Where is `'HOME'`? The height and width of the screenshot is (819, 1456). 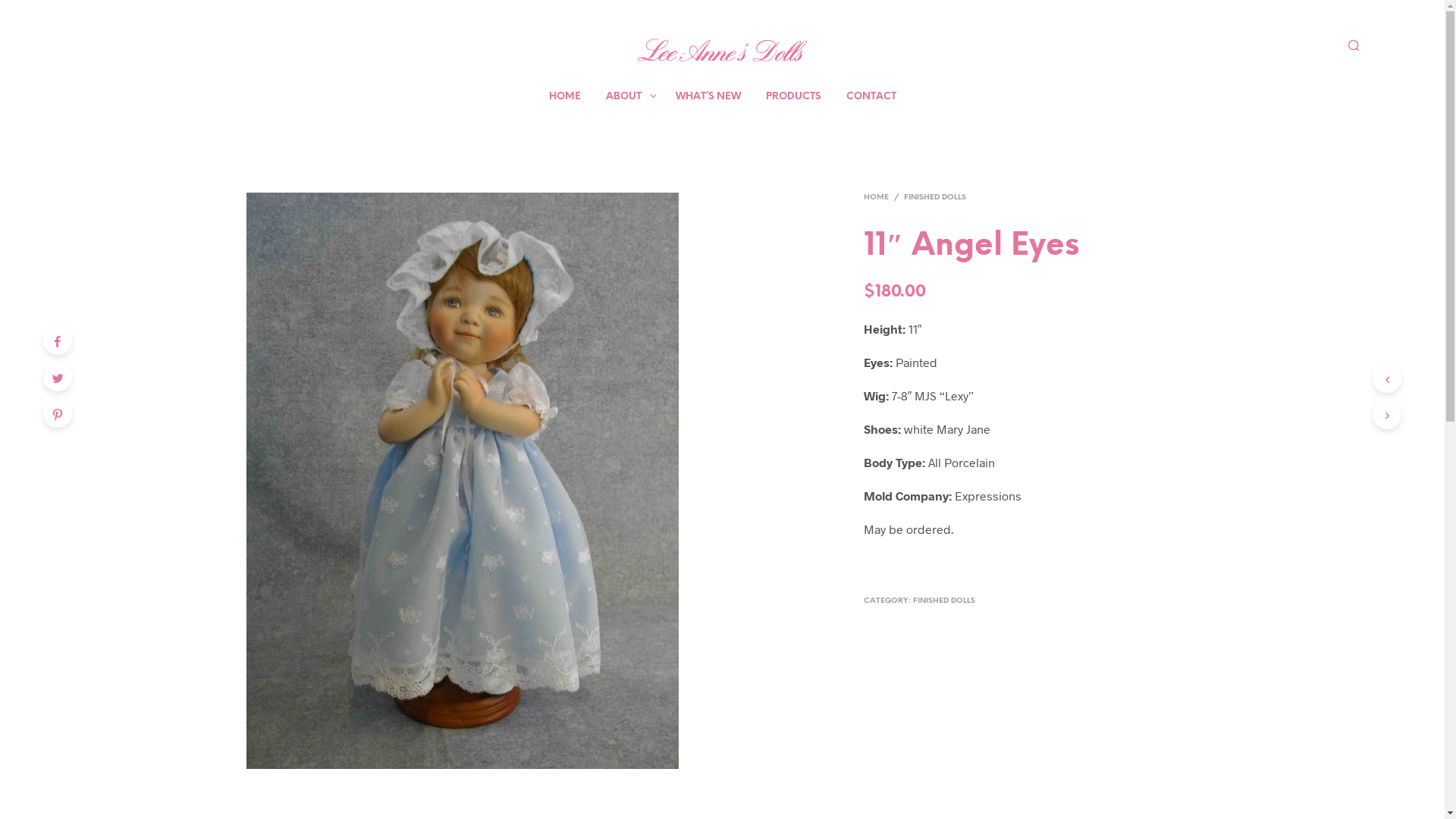
'HOME' is located at coordinates (878, 196).